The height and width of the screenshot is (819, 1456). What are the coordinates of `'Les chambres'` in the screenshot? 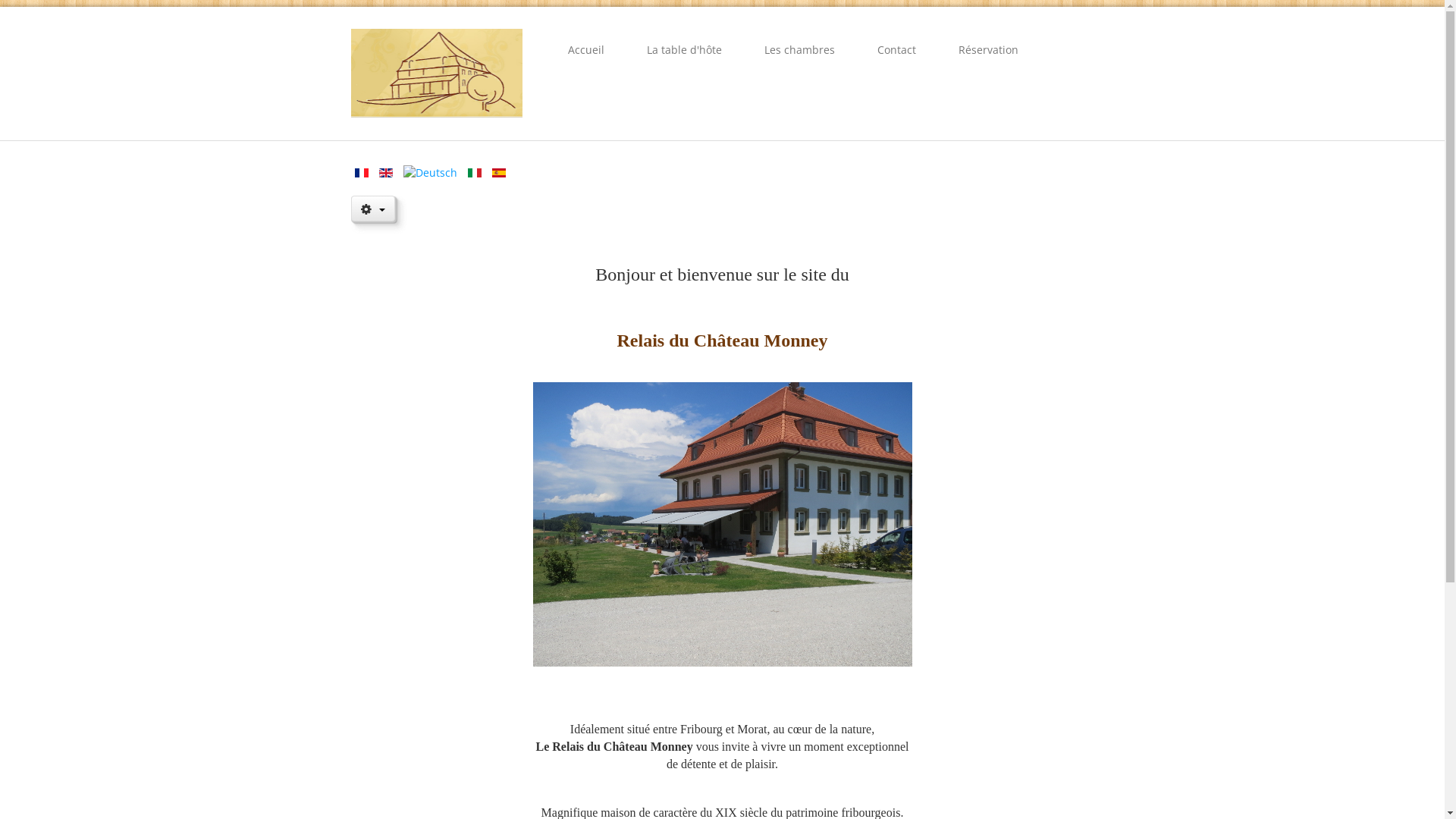 It's located at (799, 49).